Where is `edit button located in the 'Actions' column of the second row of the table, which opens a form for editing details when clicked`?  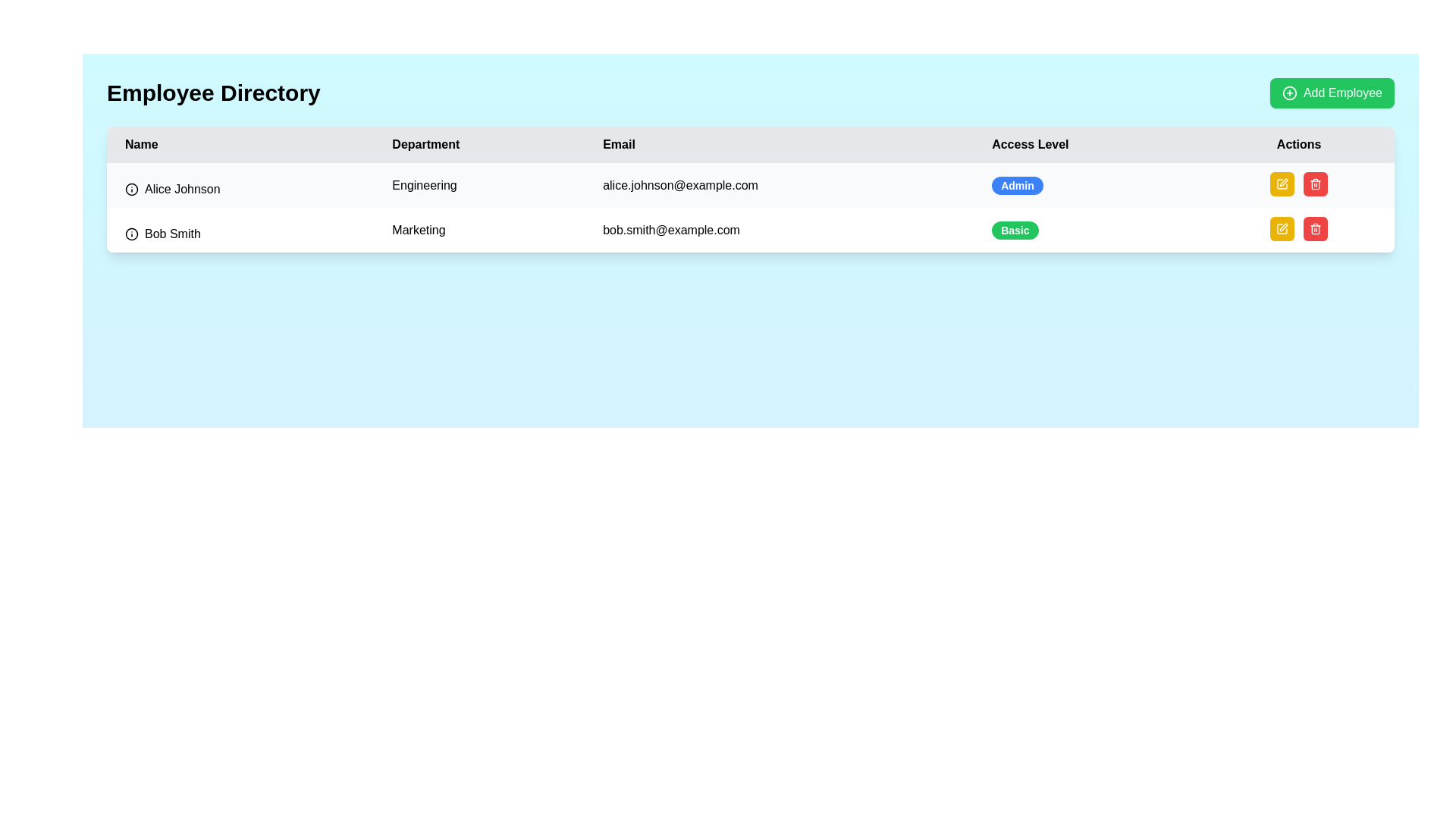 edit button located in the 'Actions' column of the second row of the table, which opens a form for editing details when clicked is located at coordinates (1282, 184).